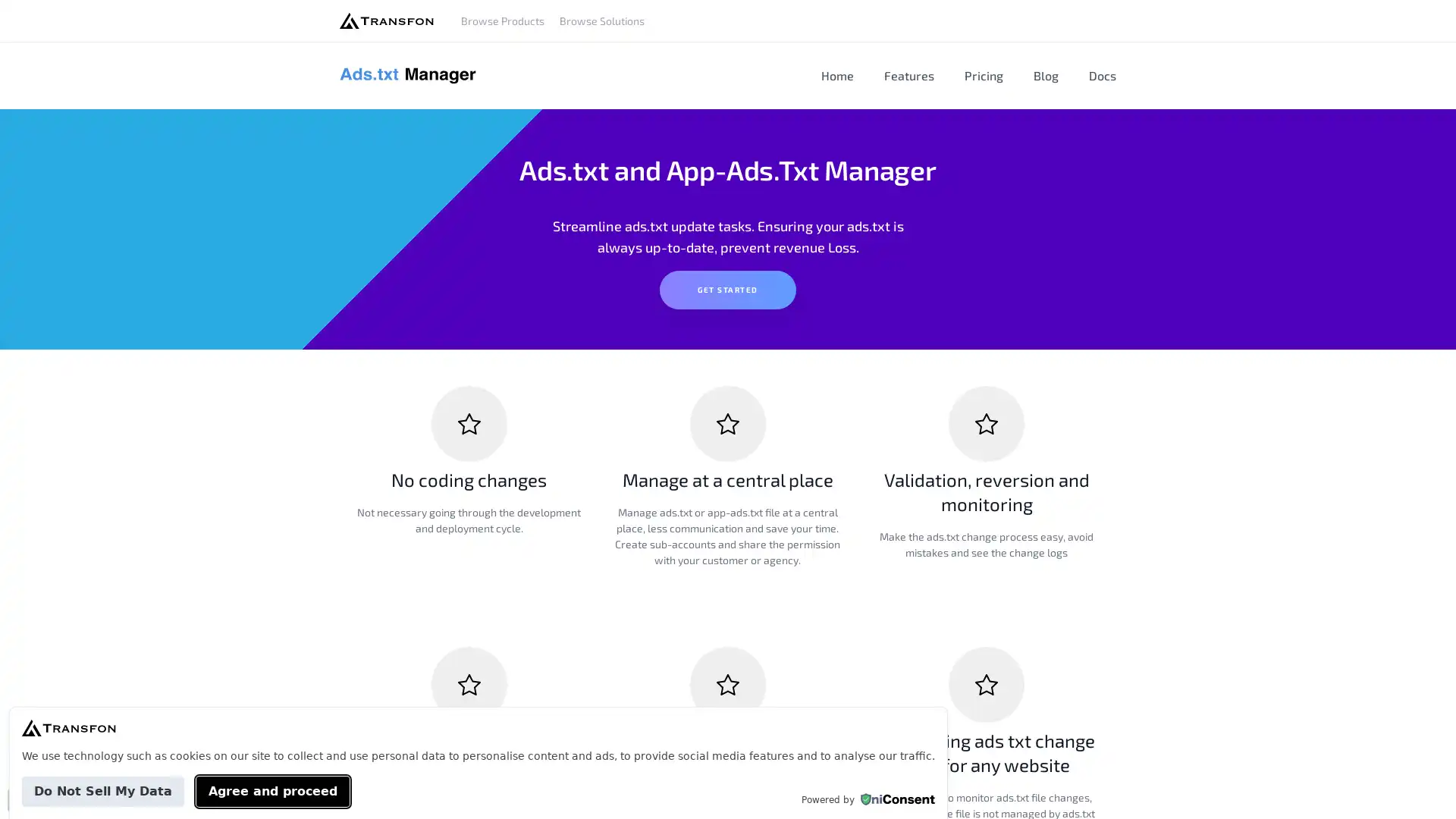 This screenshot has width=1456, height=819. Describe the element at coordinates (273, 791) in the screenshot. I see `Agree and proceed` at that location.